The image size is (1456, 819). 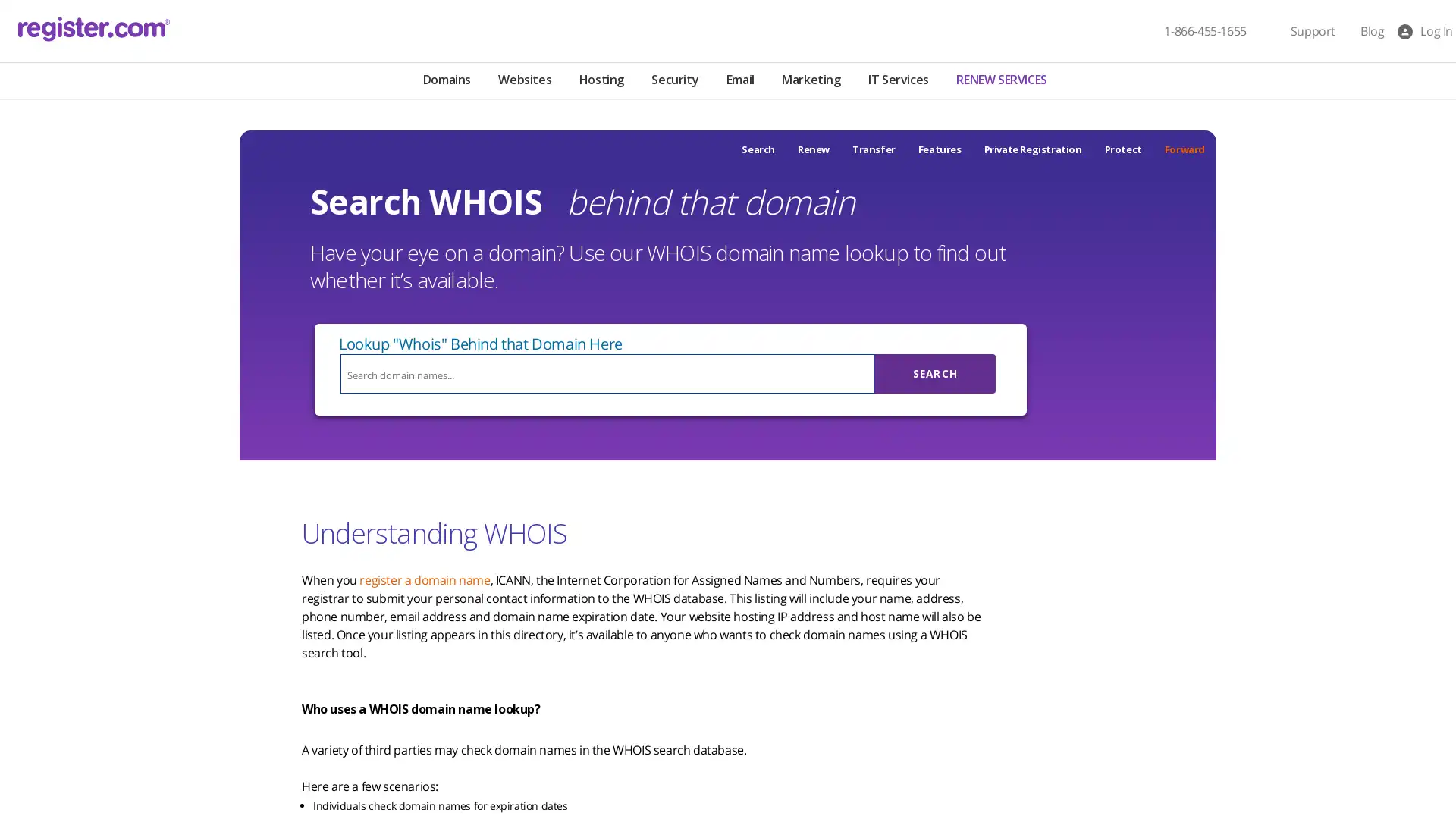 What do you see at coordinates (154, 768) in the screenshot?
I see `Cookies Settings` at bounding box center [154, 768].